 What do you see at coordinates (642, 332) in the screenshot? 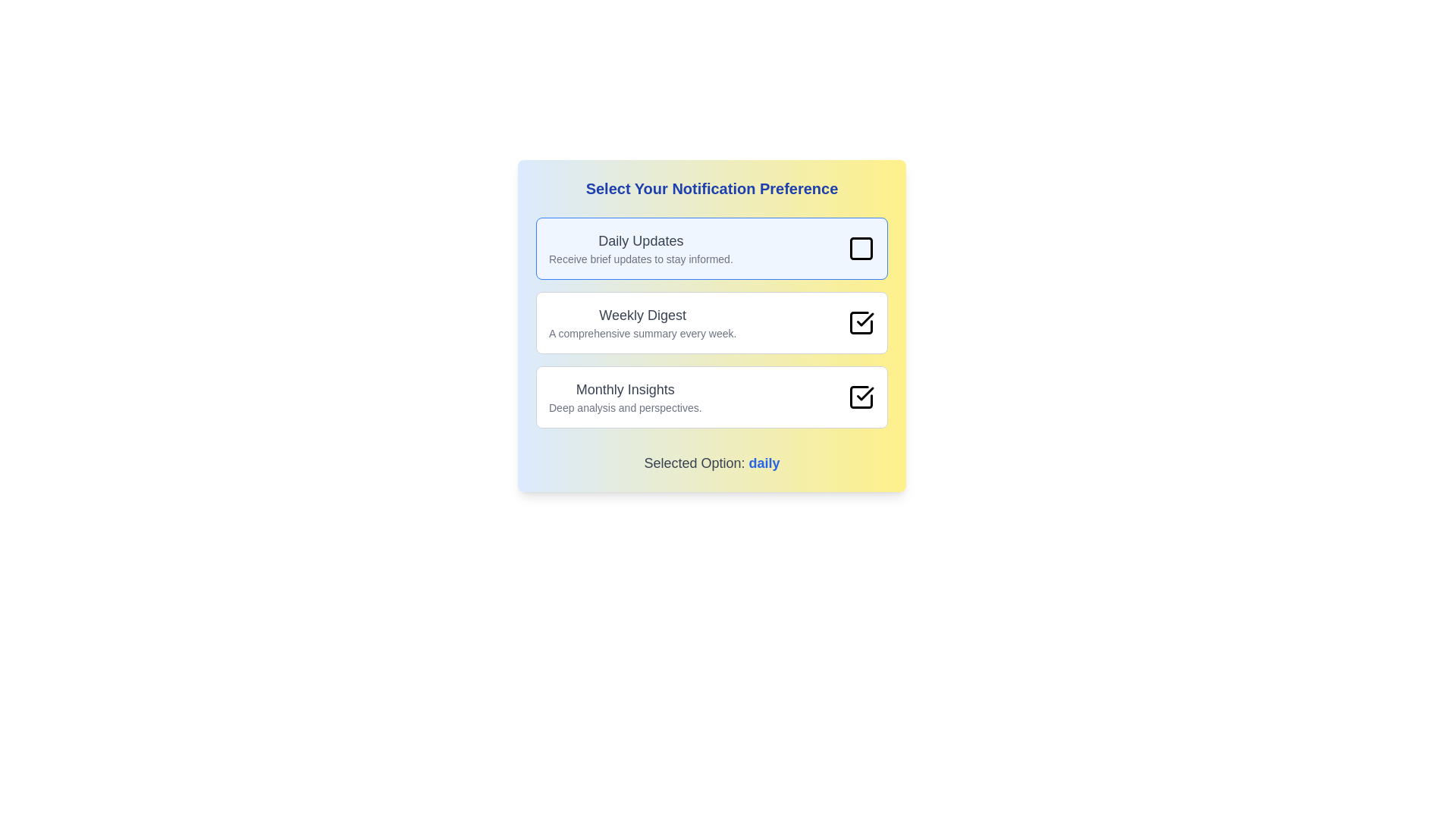
I see `text label that provides a comprehensive summary every week, located below the 'Weekly Digest' heading in the notification preference interface` at bounding box center [642, 332].